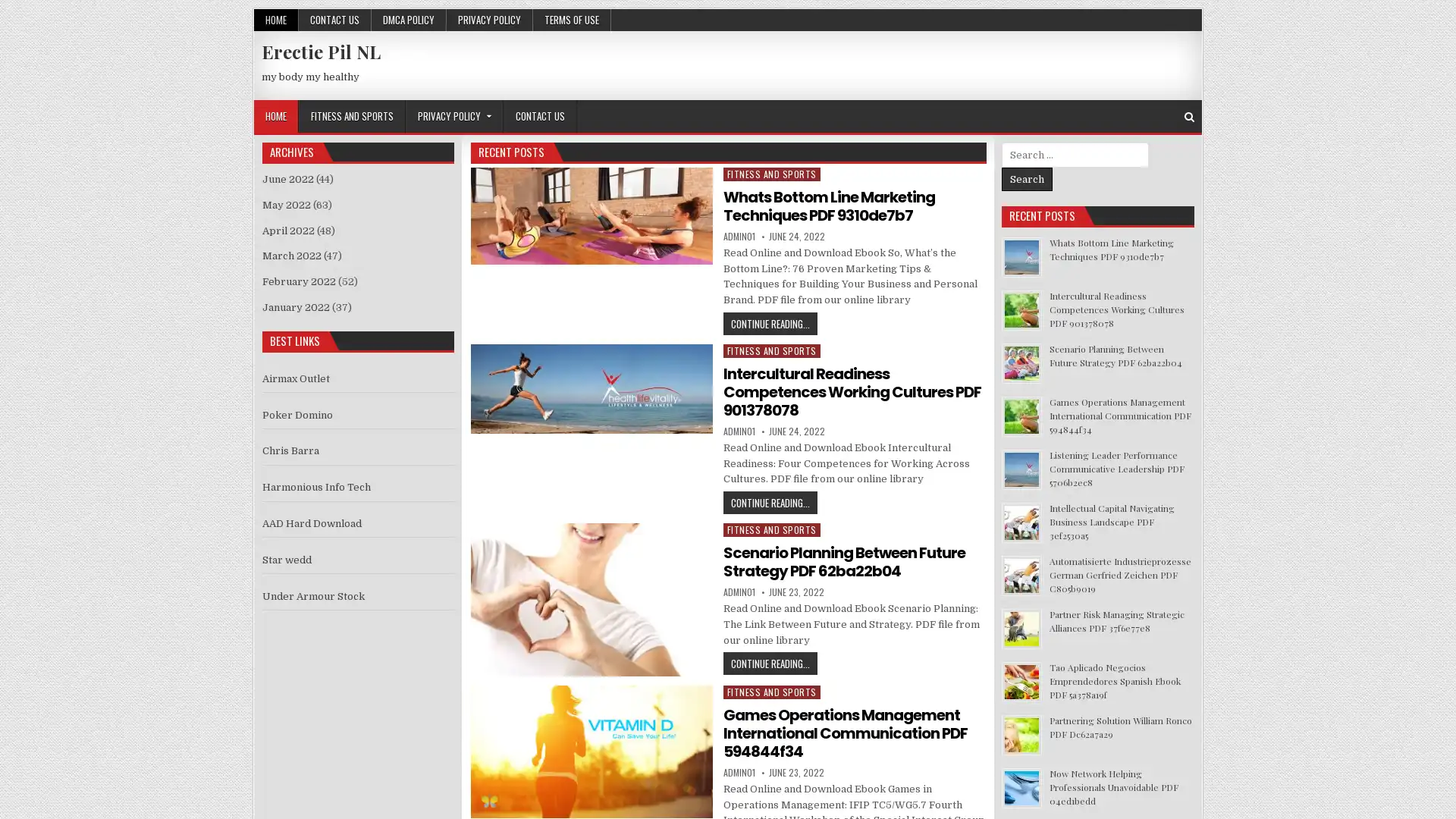  What do you see at coordinates (1027, 178) in the screenshot?
I see `Search` at bounding box center [1027, 178].